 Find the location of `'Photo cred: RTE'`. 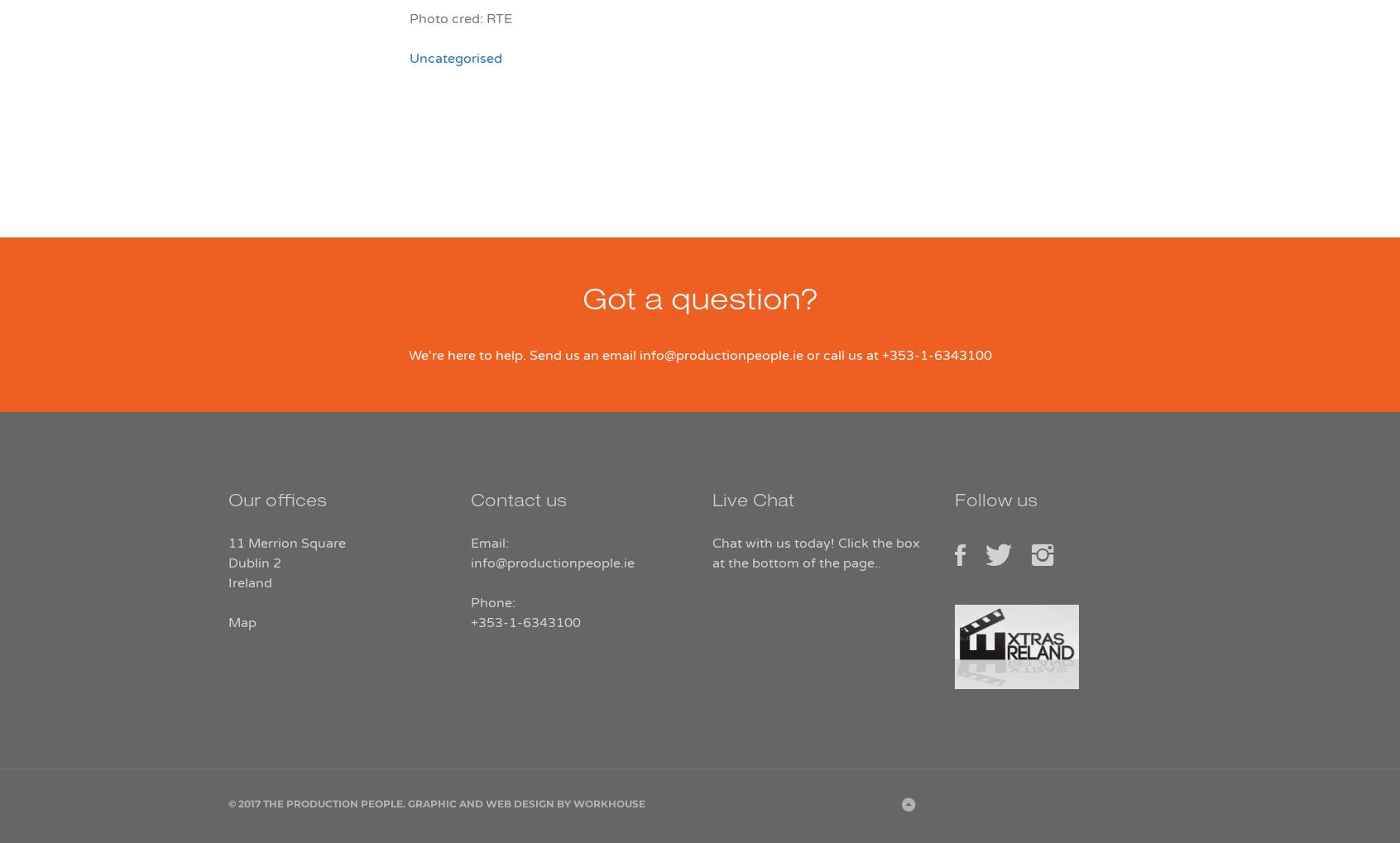

'Photo cred: RTE' is located at coordinates (410, 17).